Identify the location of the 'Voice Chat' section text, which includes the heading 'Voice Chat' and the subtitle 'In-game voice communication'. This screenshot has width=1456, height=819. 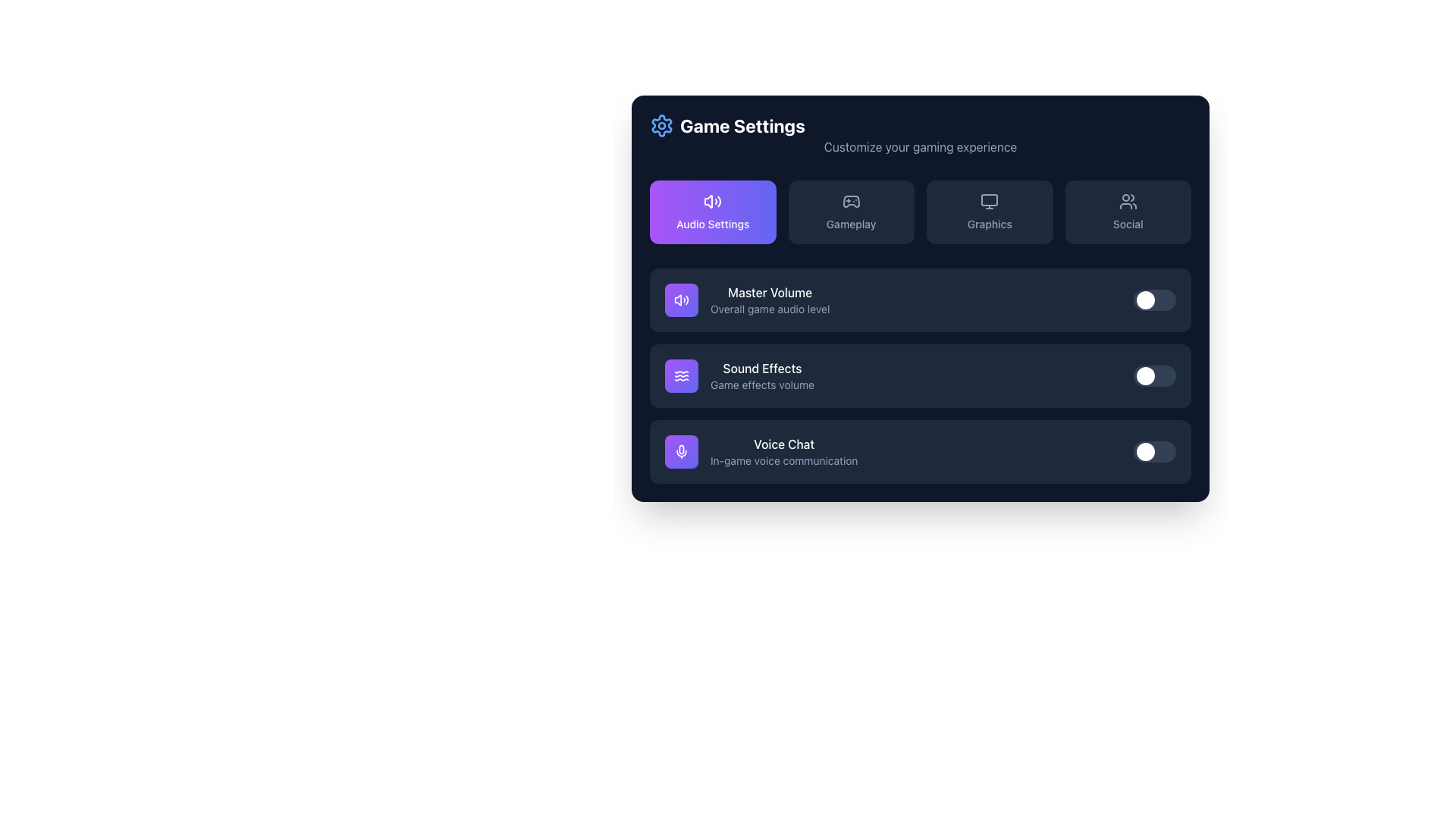
(761, 451).